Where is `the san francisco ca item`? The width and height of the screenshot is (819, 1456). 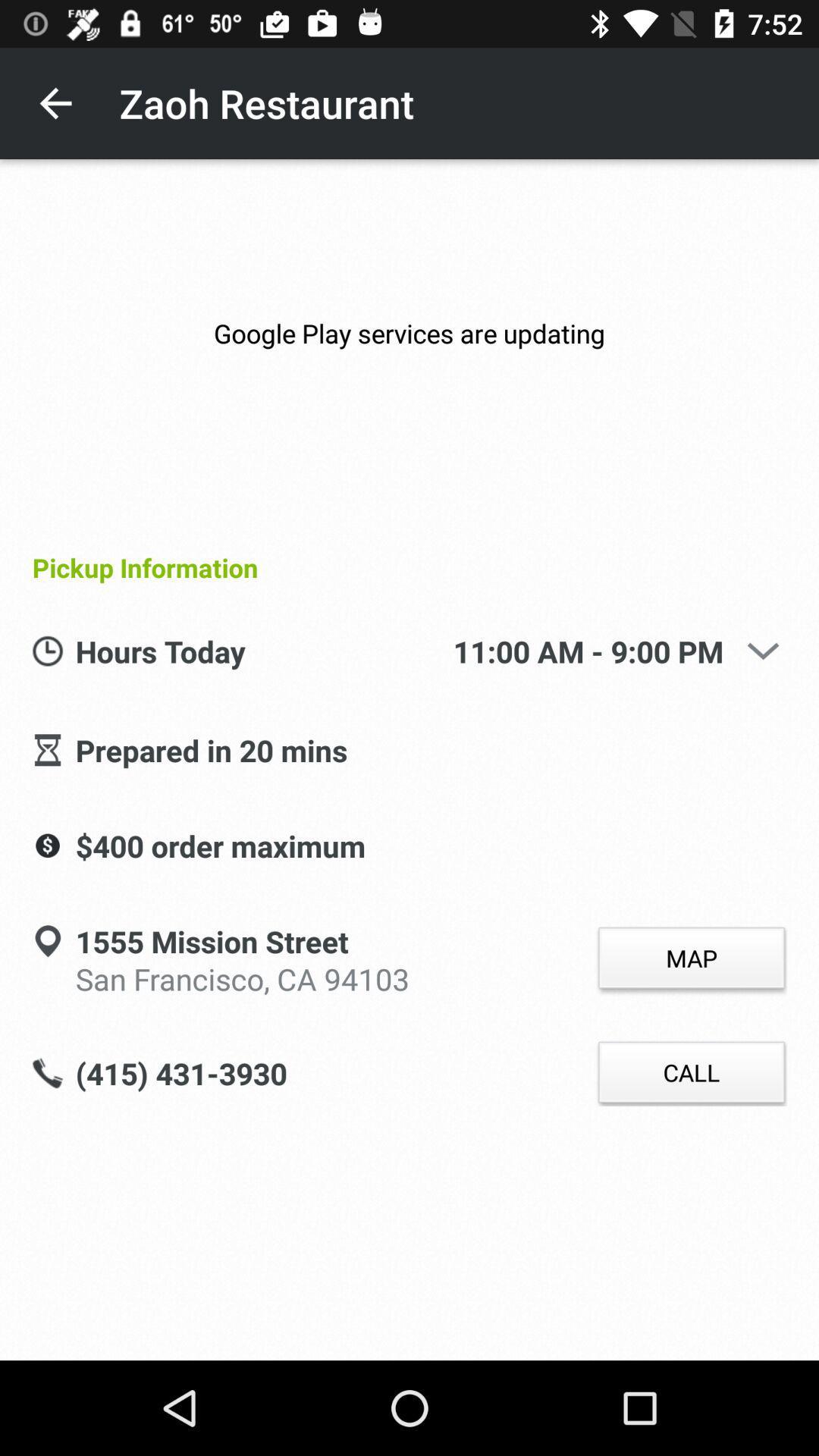 the san francisco ca item is located at coordinates (241, 976).